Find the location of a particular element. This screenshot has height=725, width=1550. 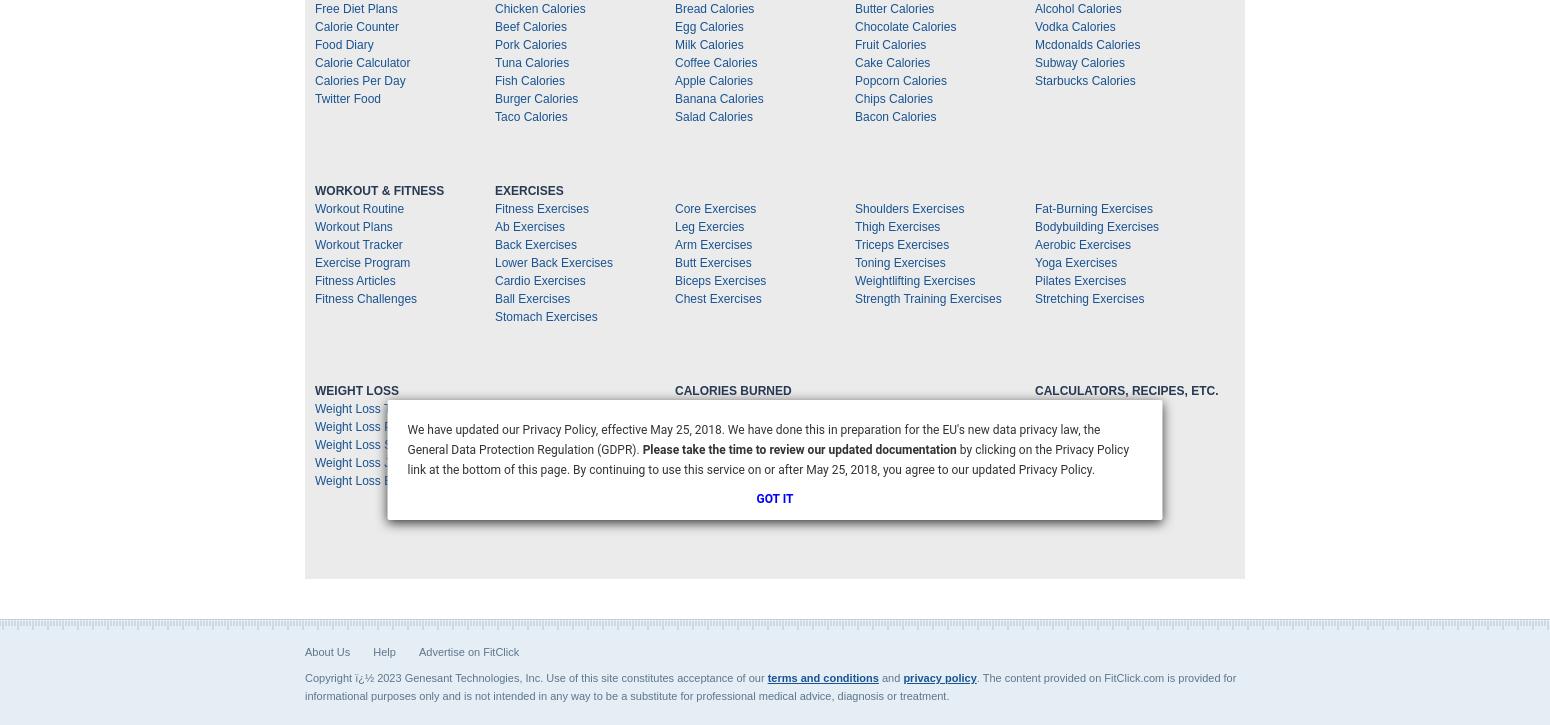

'Core Exercises' is located at coordinates (715, 208).